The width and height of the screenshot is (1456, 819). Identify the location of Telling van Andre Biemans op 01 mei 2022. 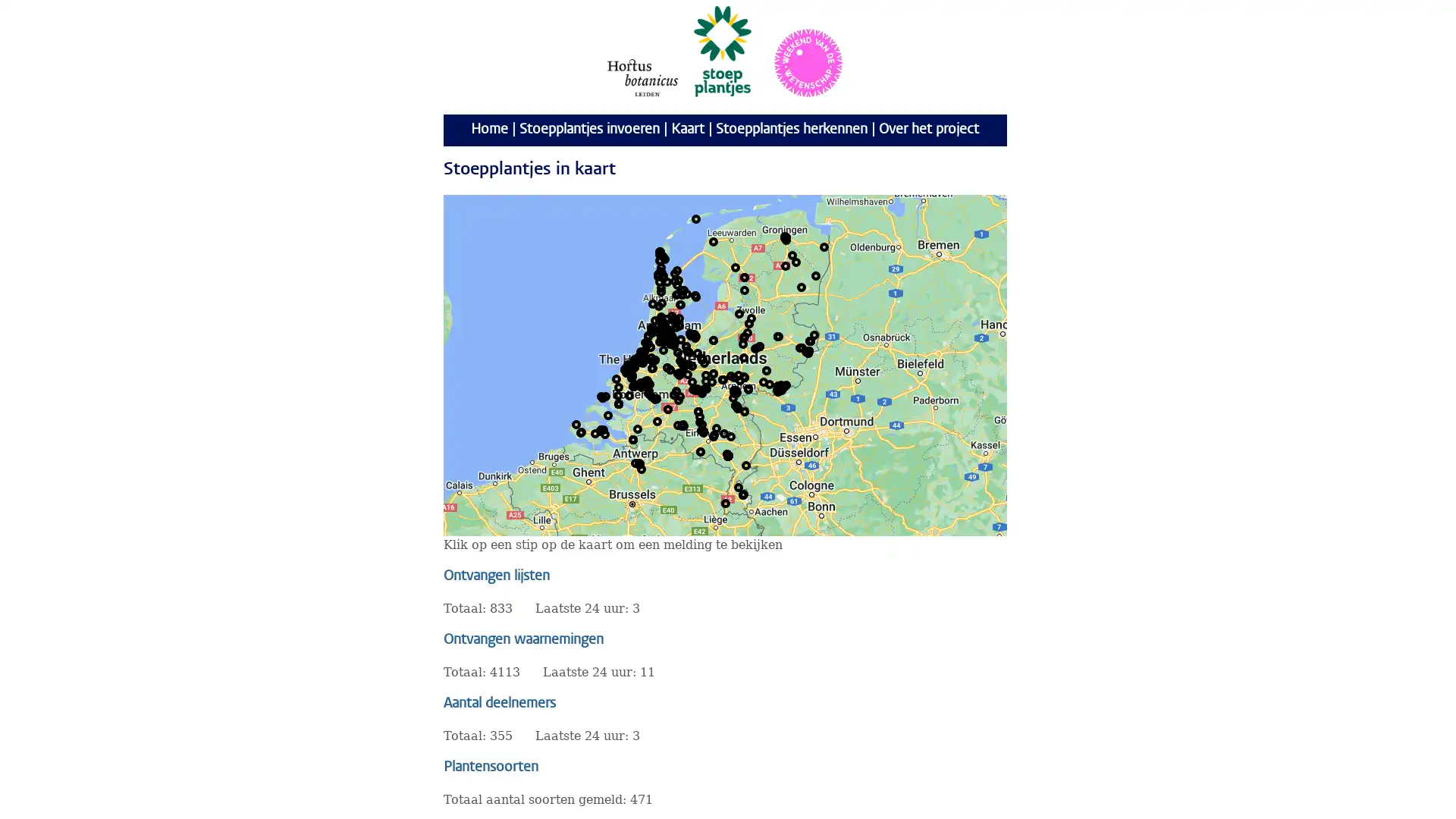
(639, 359).